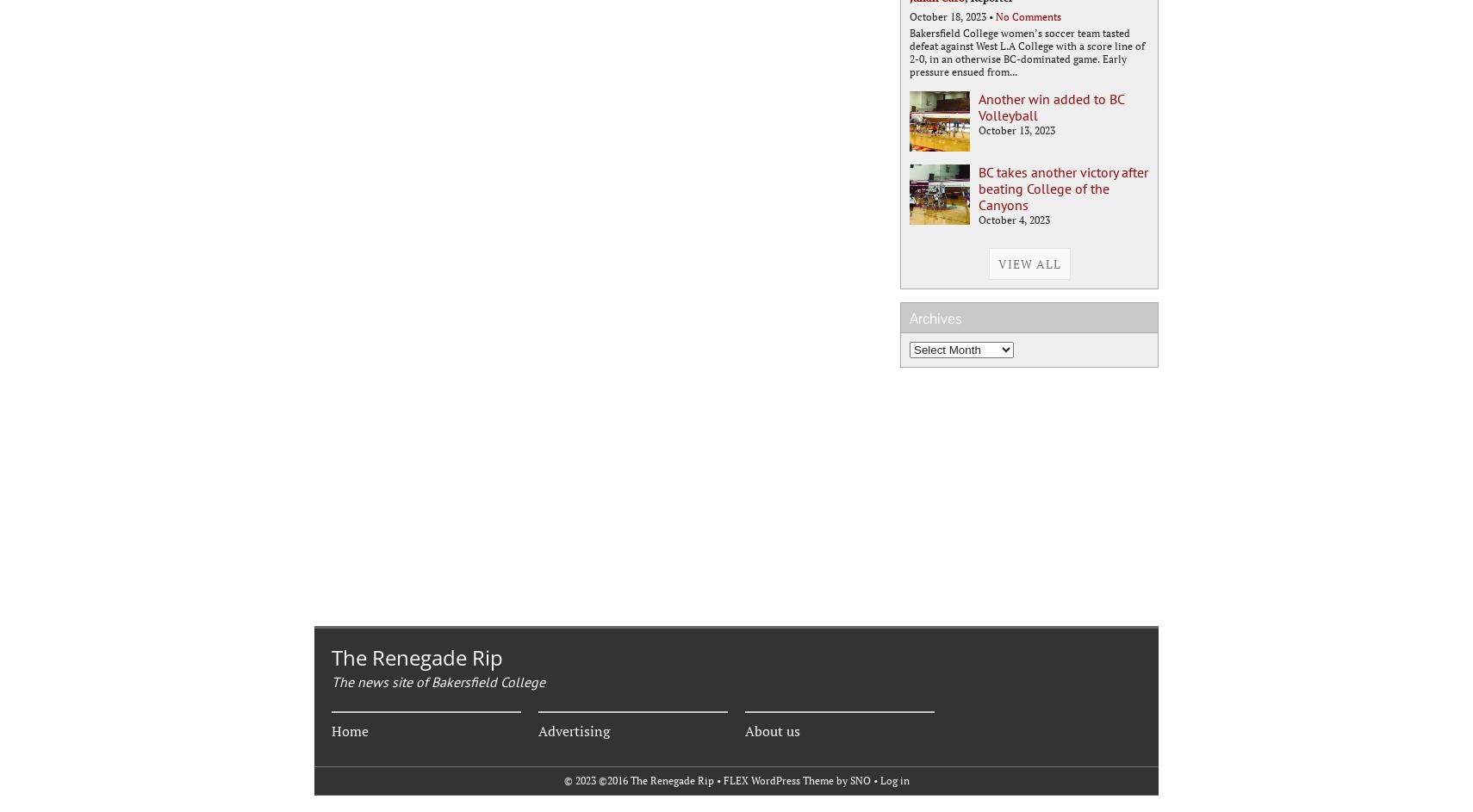 The width and height of the screenshot is (1473, 812). What do you see at coordinates (1062, 188) in the screenshot?
I see `'BC takes another victory after beating College of the Canyons'` at bounding box center [1062, 188].